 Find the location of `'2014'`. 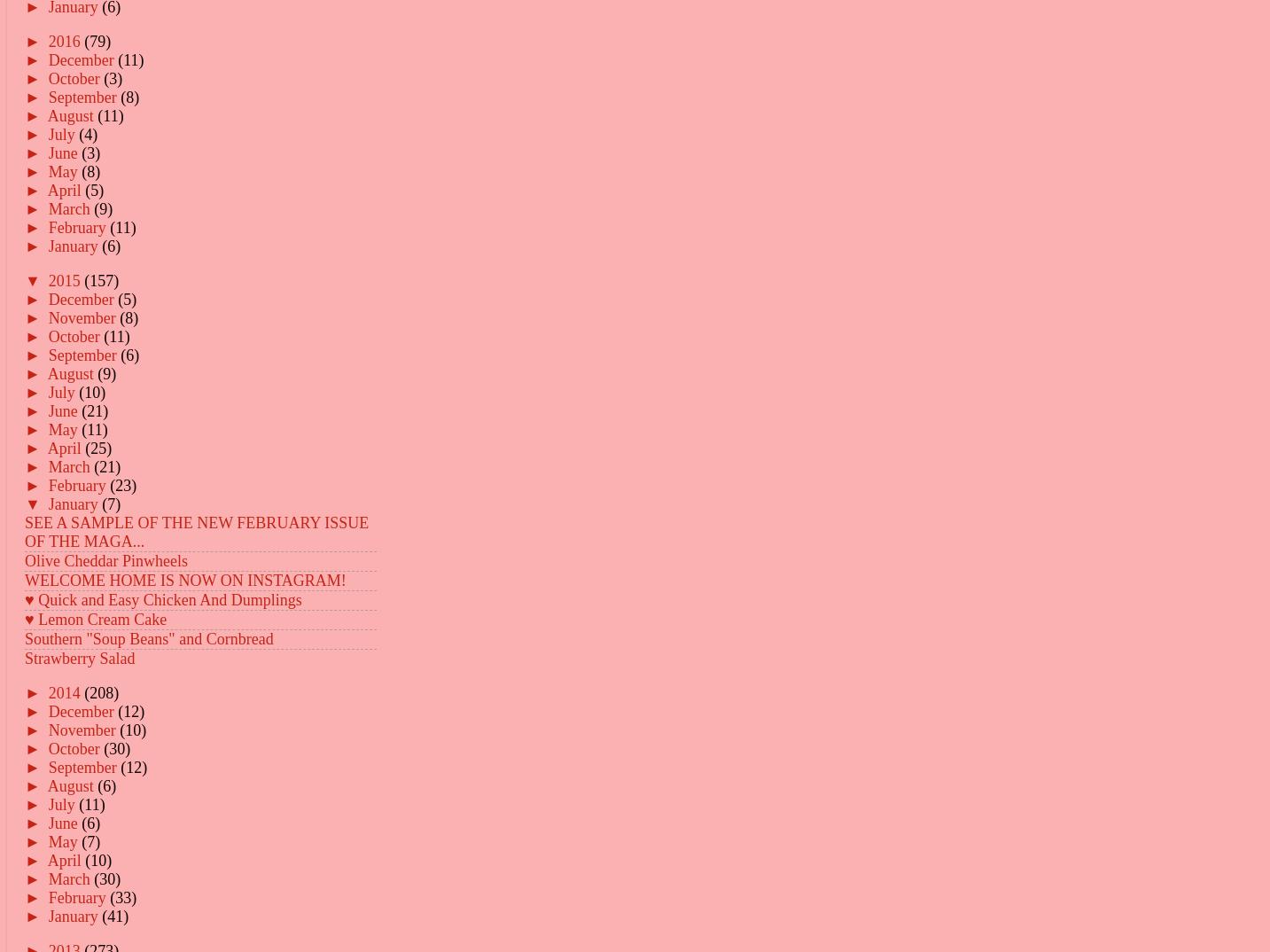

'2014' is located at coordinates (65, 691).